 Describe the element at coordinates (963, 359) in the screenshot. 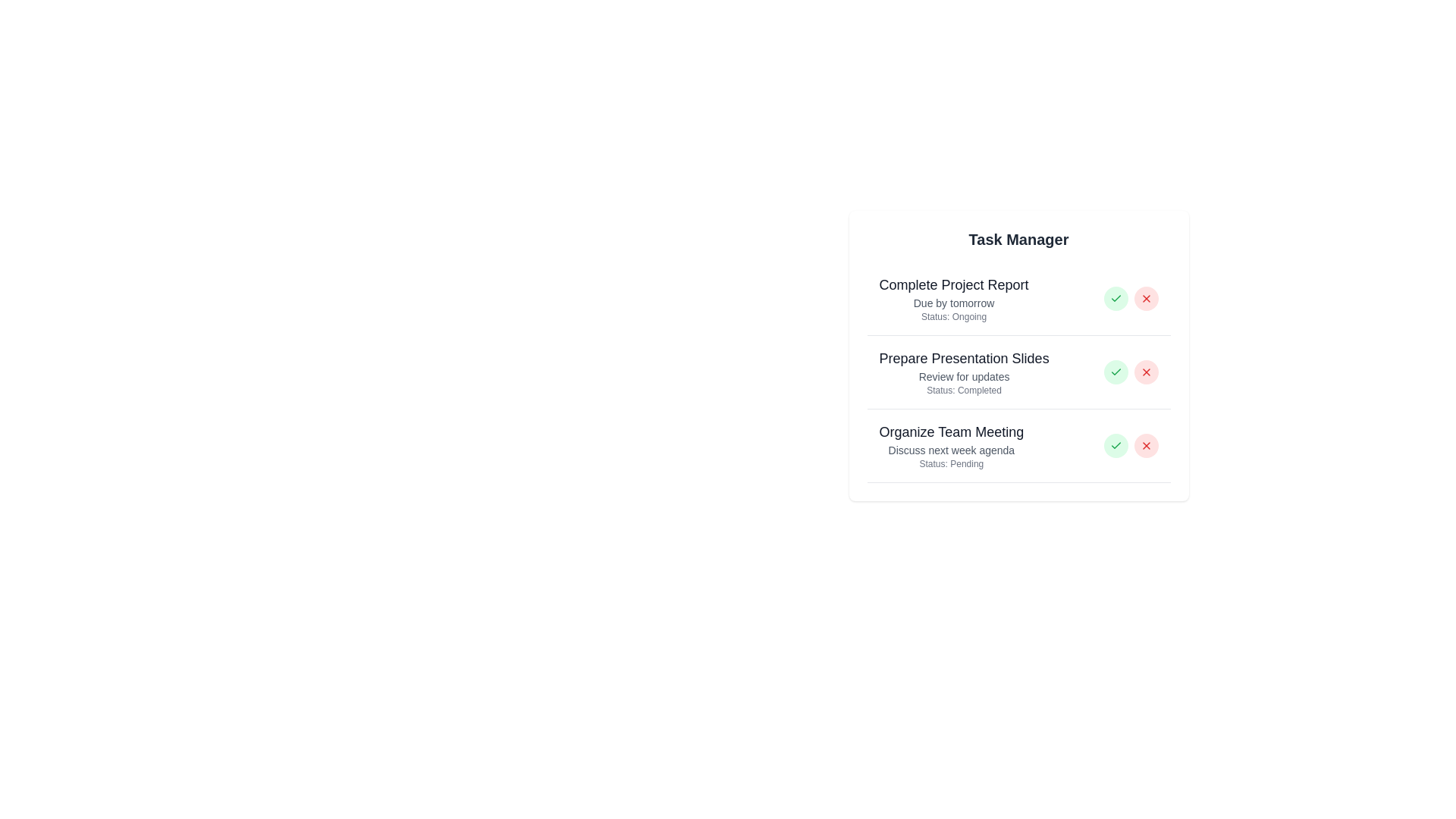

I see `the Text Label that serves as the title of a task in the Task Manager, located between 'Complete Project Report' and 'Organize Team Meeting'` at that location.